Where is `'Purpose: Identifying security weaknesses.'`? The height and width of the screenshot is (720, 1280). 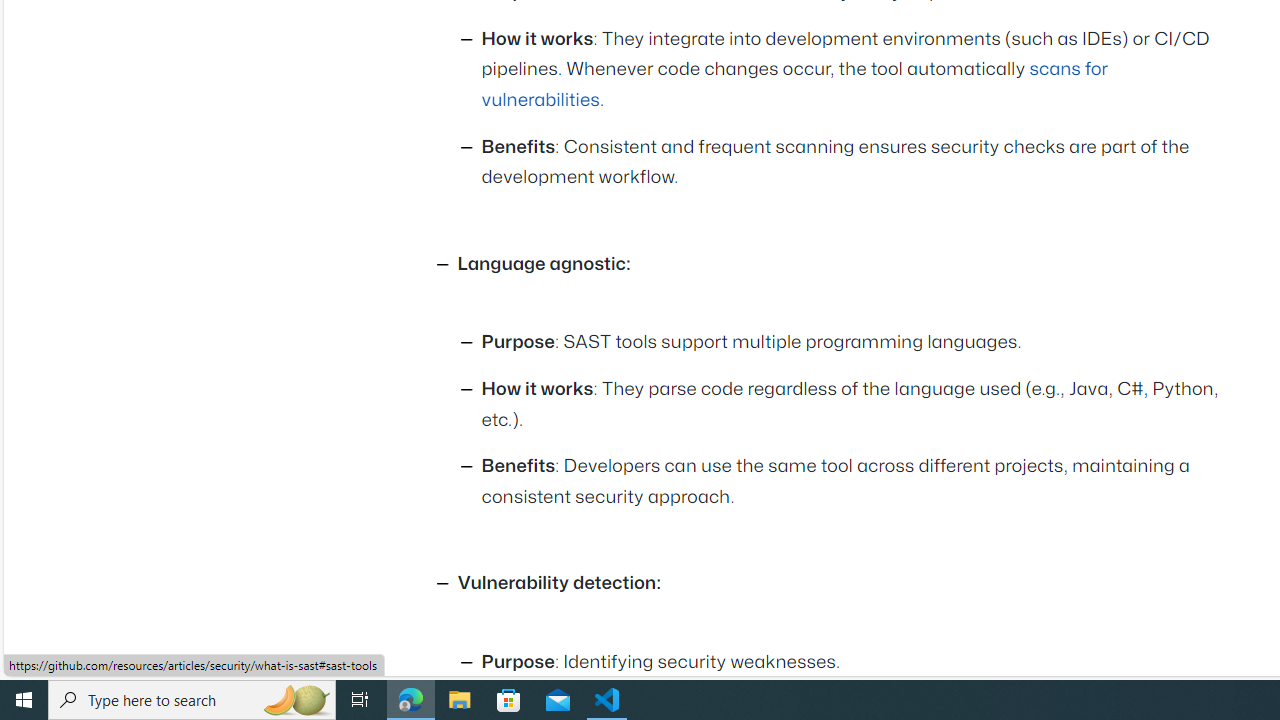
'Purpose: Identifying security weaknesses.' is located at coordinates (855, 663).